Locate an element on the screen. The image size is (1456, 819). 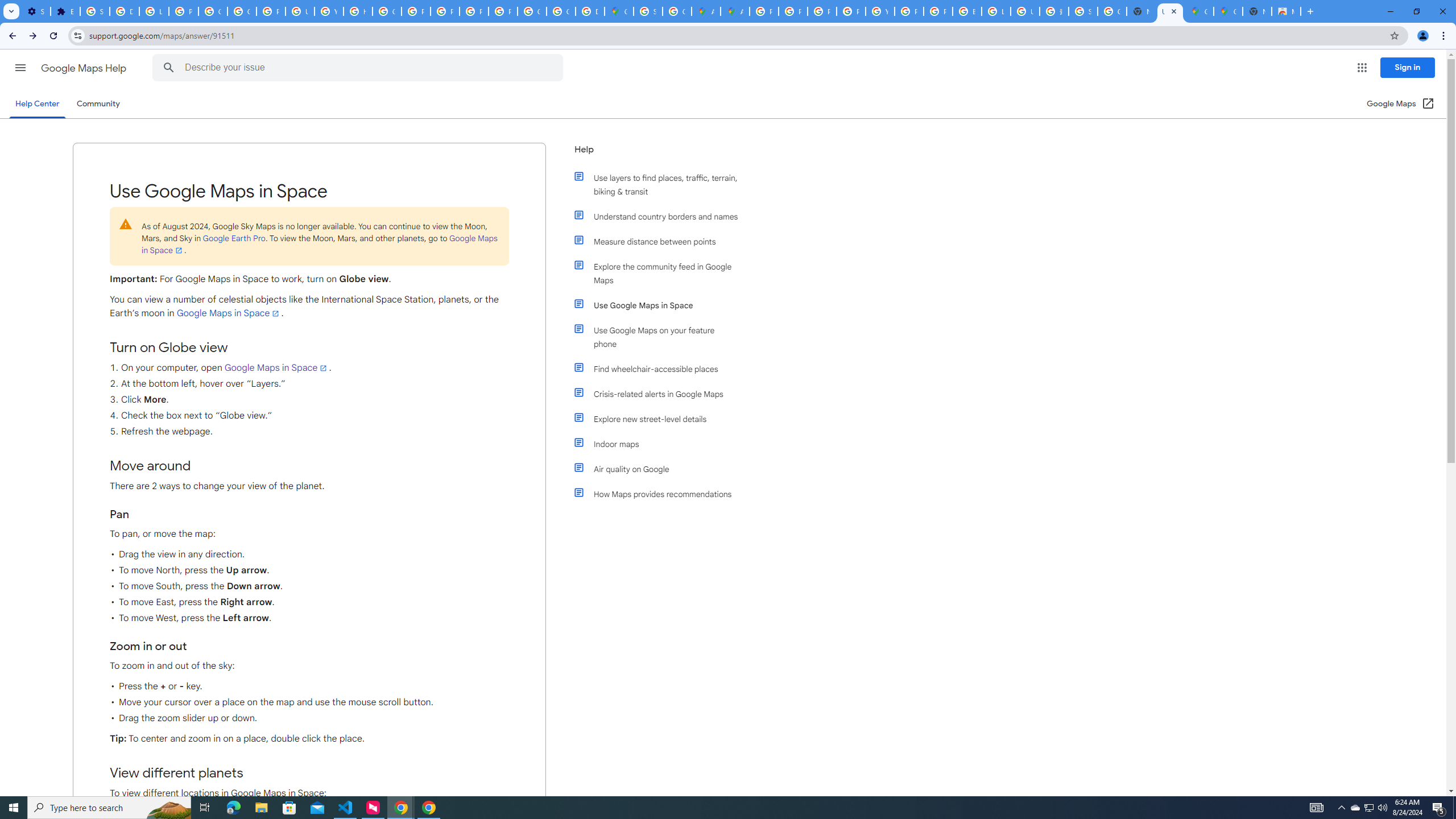
'Explore the community feed in Google Maps' is located at coordinates (661, 272).